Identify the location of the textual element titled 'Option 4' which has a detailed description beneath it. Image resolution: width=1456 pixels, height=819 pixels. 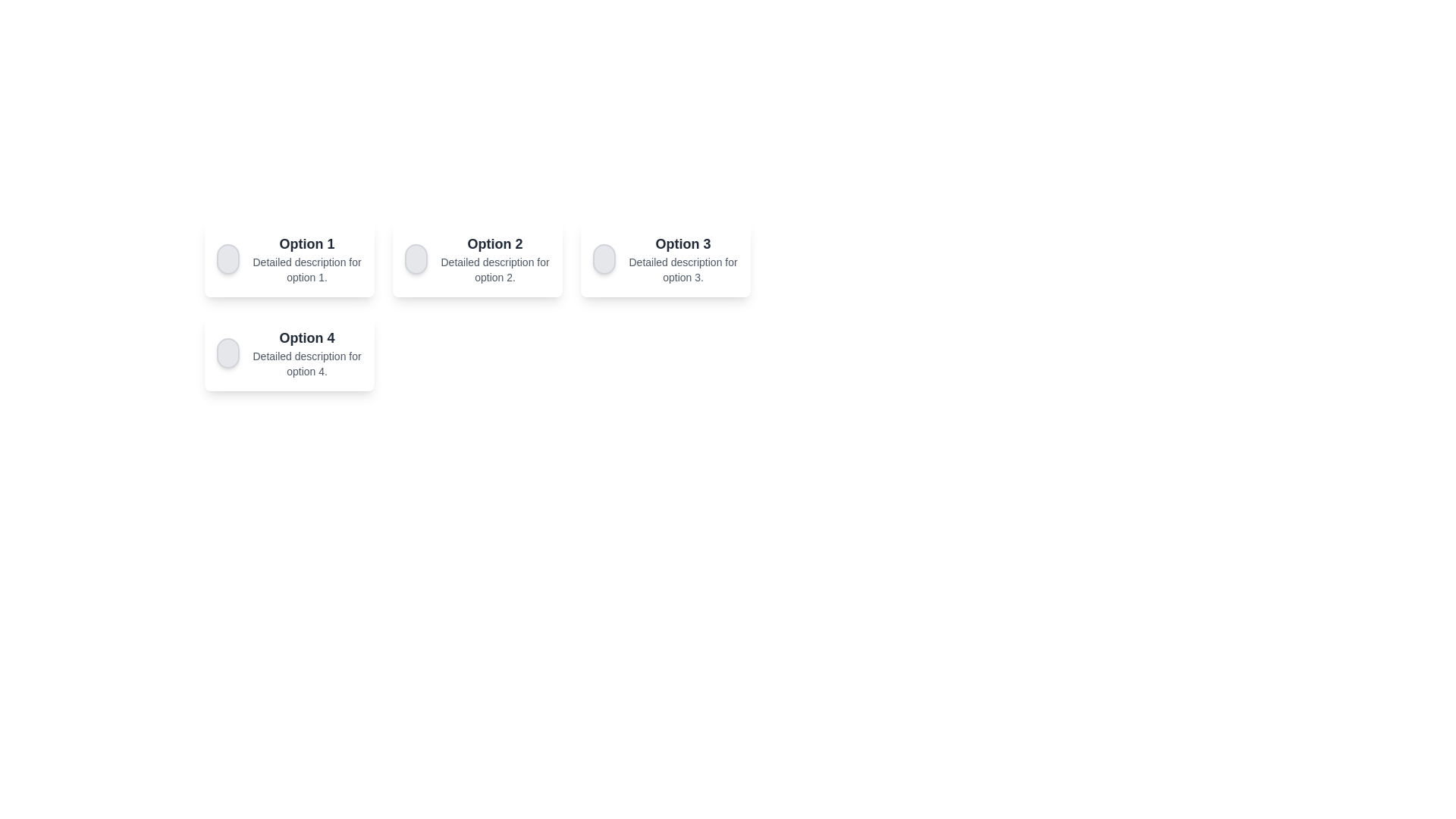
(306, 353).